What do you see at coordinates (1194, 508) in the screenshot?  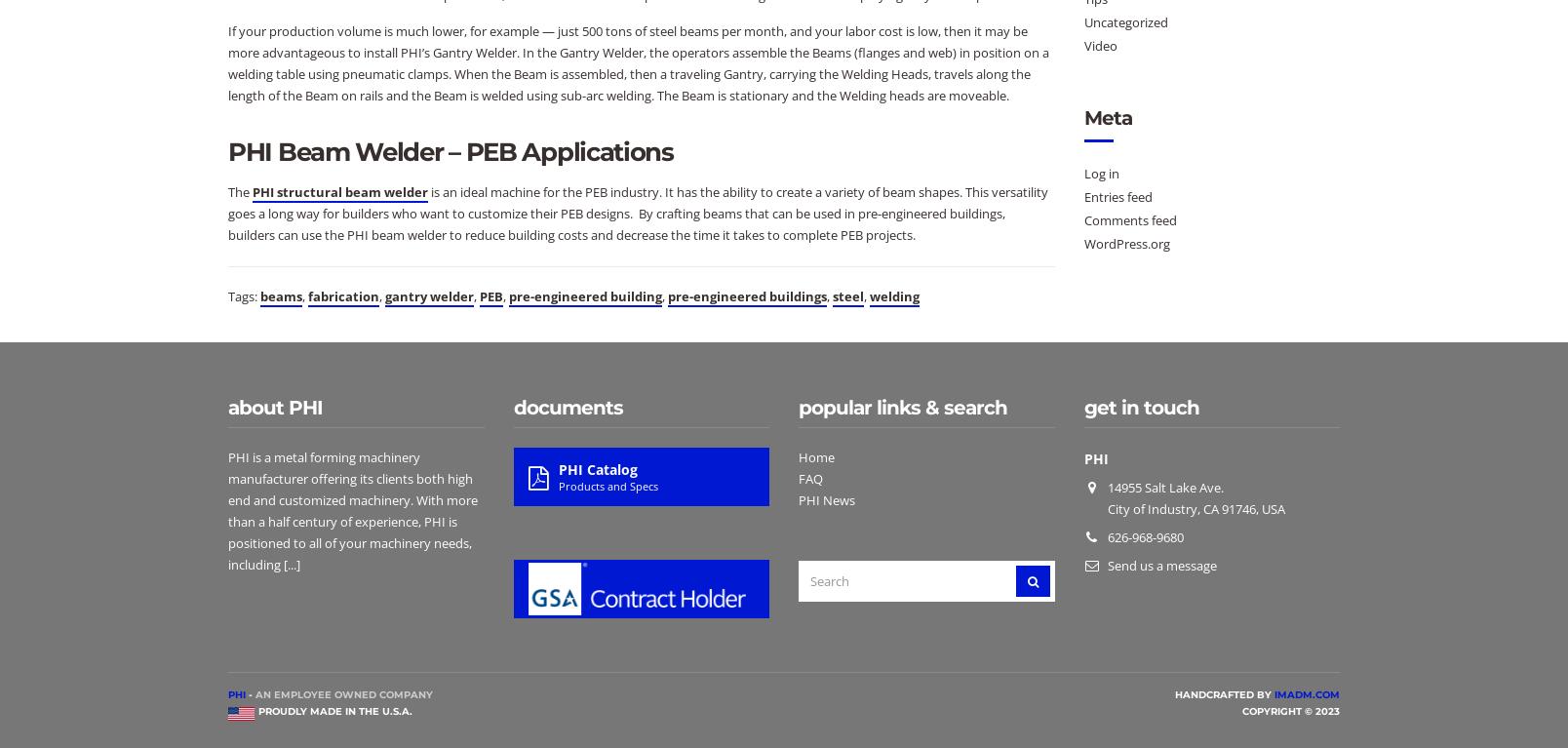 I see `'City of Industry, CA 91746, USA'` at bounding box center [1194, 508].